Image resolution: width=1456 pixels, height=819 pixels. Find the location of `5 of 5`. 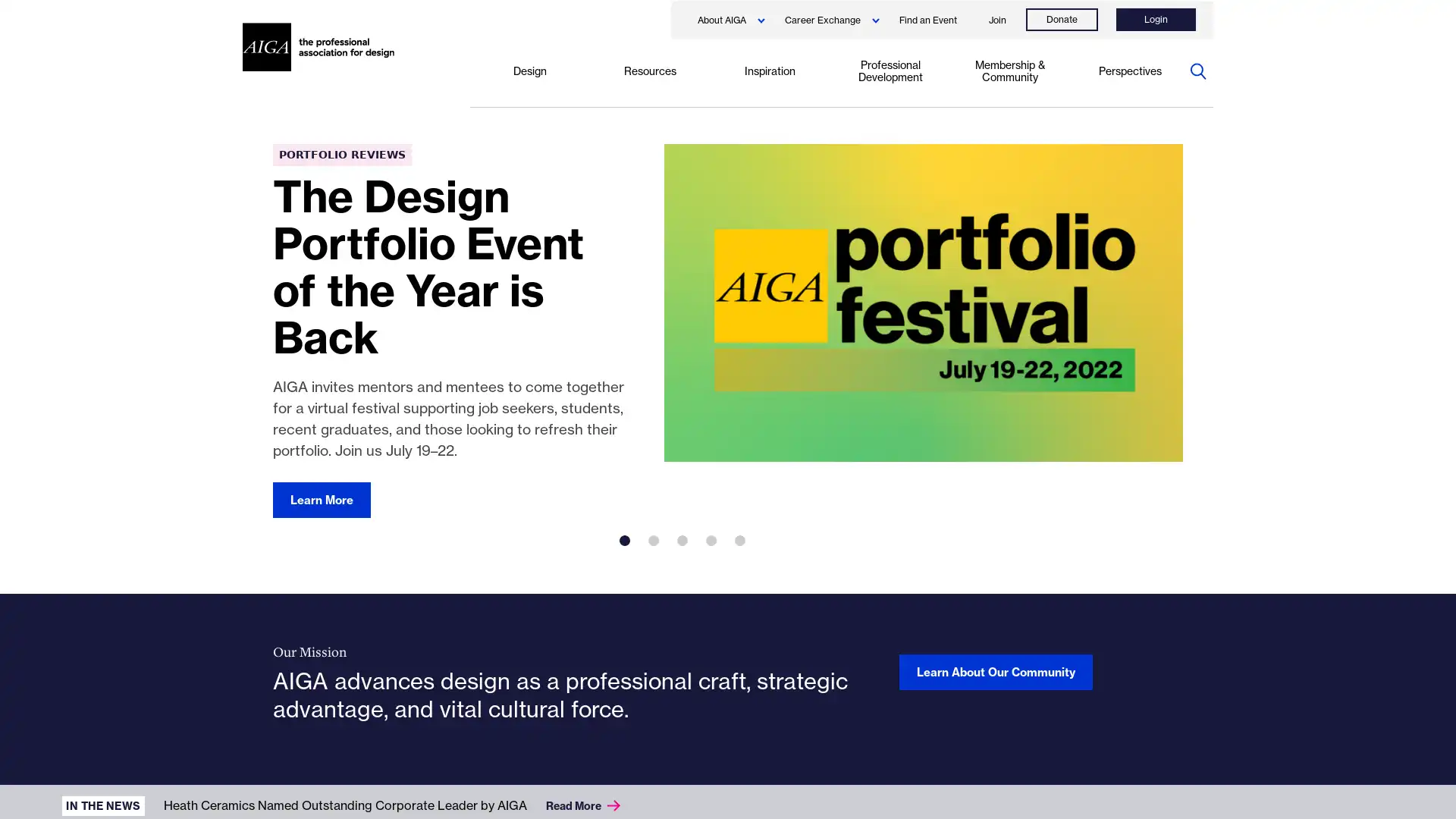

5 of 5 is located at coordinates (739, 540).